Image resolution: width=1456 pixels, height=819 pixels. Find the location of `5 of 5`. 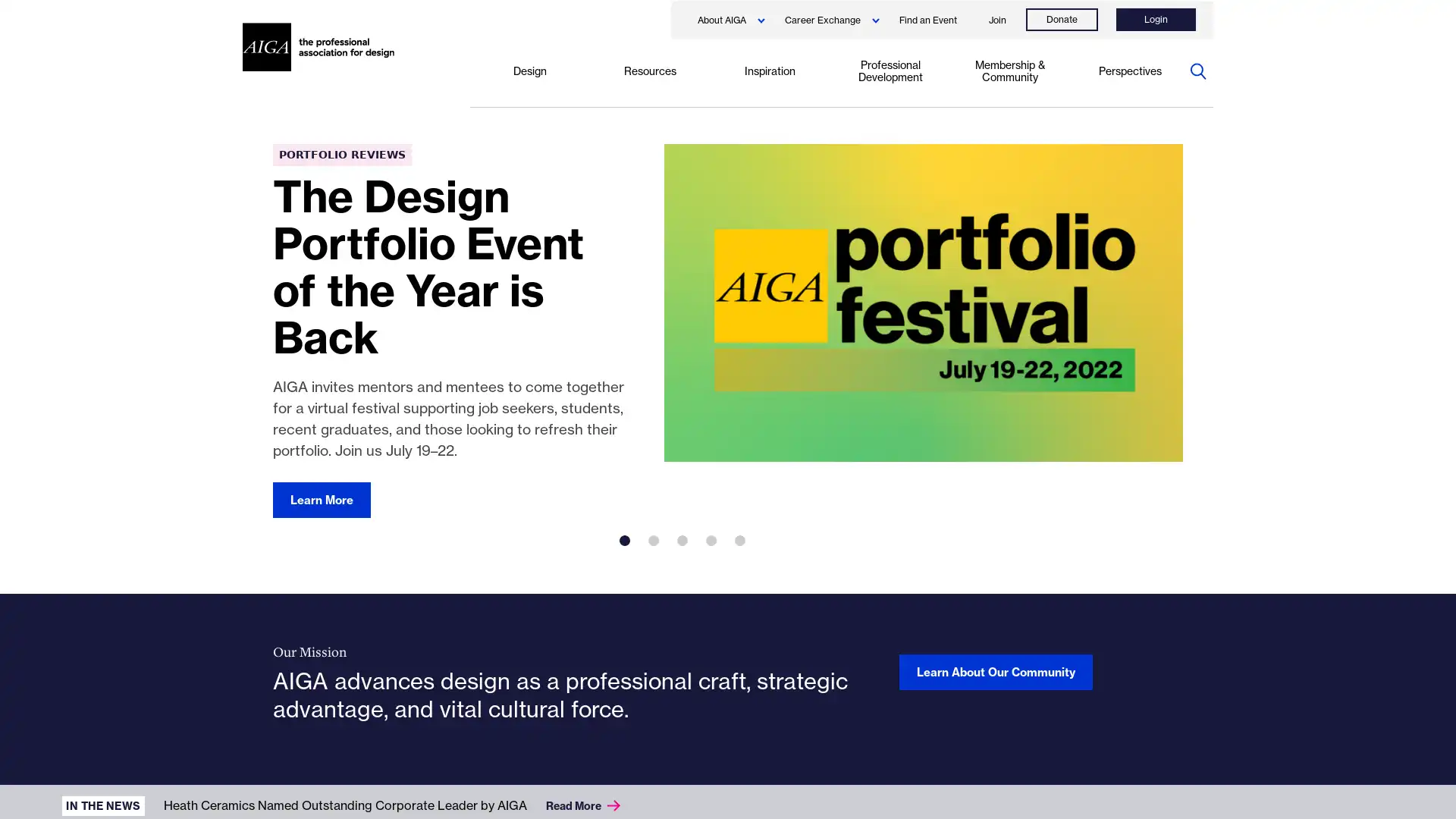

5 of 5 is located at coordinates (739, 540).